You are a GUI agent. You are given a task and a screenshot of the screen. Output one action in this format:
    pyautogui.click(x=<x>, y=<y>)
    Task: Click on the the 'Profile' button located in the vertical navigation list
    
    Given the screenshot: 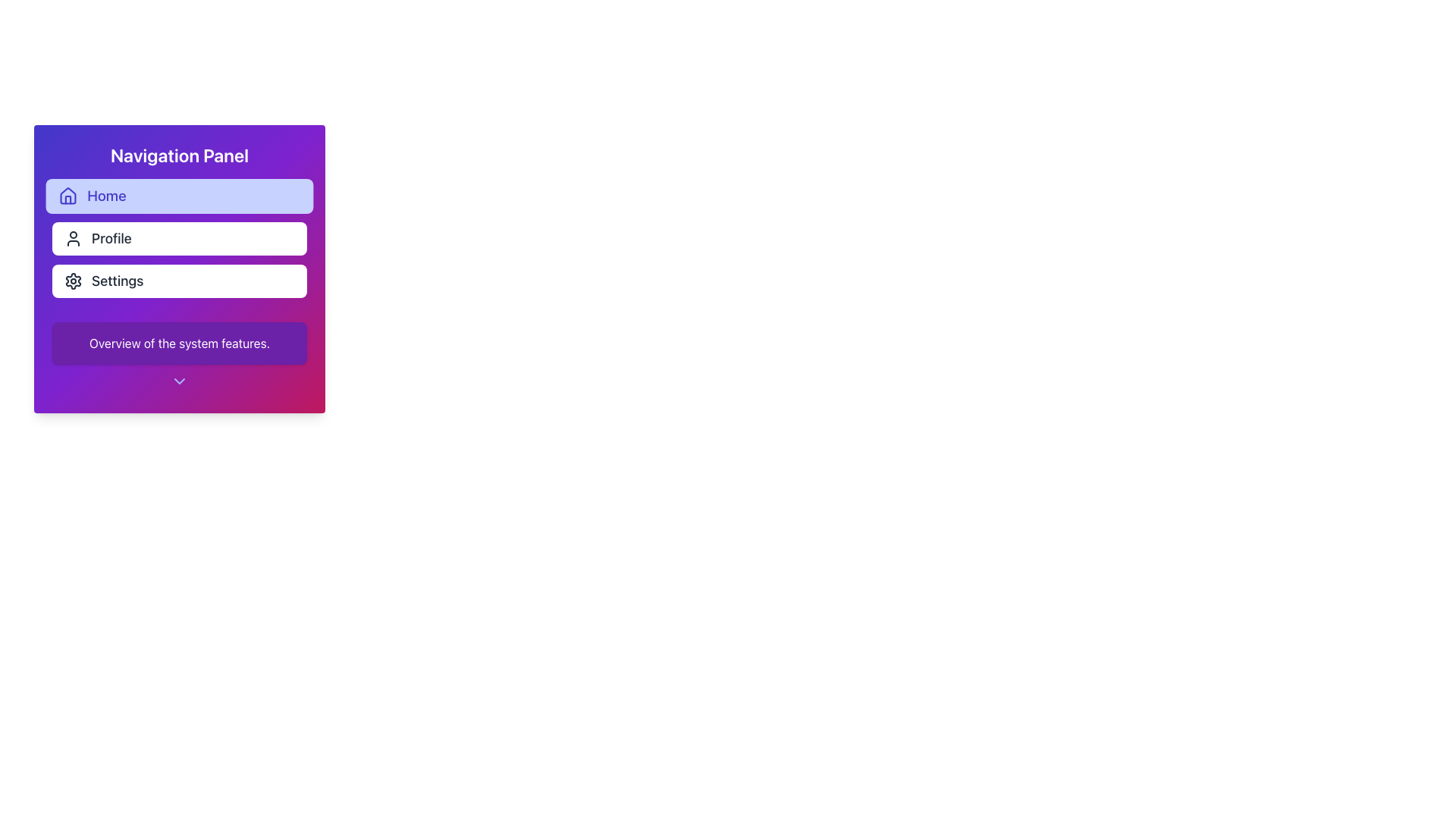 What is the action you would take?
    pyautogui.click(x=179, y=239)
    